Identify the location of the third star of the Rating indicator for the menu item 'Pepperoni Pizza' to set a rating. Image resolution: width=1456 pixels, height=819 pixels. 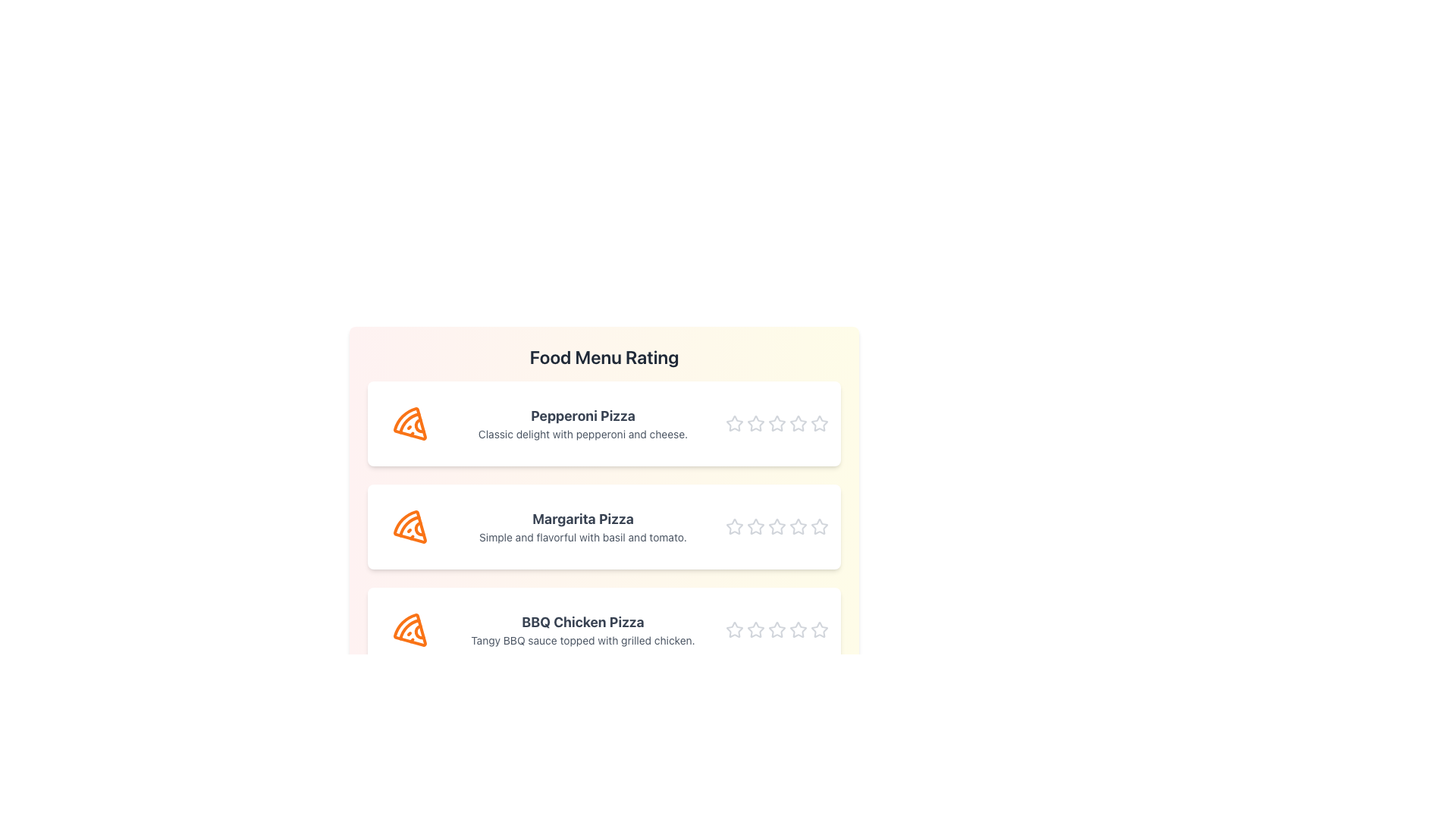
(777, 424).